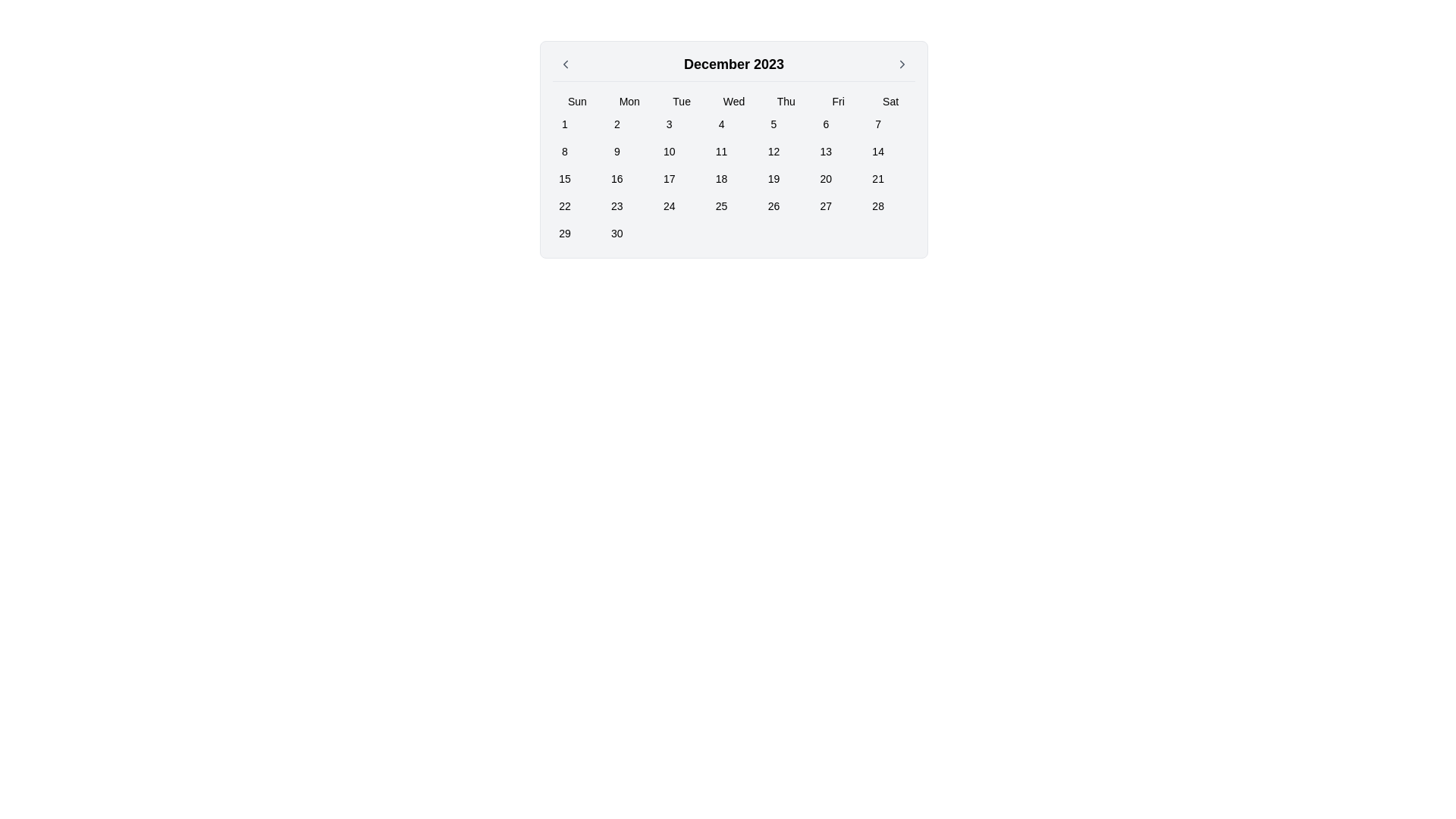 Image resolution: width=1456 pixels, height=819 pixels. What do you see at coordinates (890, 102) in the screenshot?
I see `the text label displaying 'Sat', which is the last in the series of day labels in the header row of the calendar interface` at bounding box center [890, 102].